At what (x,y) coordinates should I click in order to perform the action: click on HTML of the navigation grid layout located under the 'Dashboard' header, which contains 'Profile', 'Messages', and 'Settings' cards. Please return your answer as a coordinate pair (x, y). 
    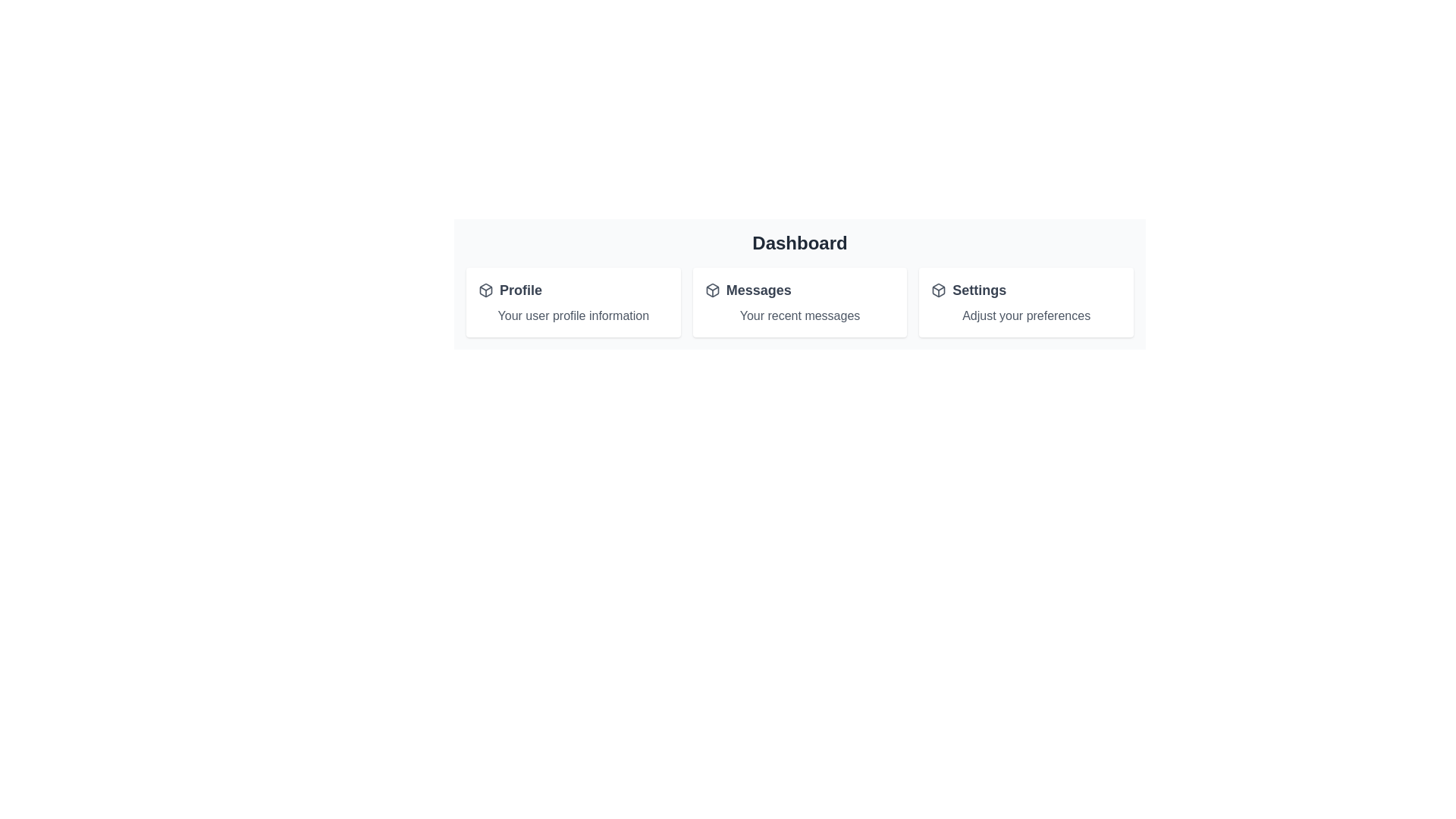
    Looking at the image, I should click on (799, 302).